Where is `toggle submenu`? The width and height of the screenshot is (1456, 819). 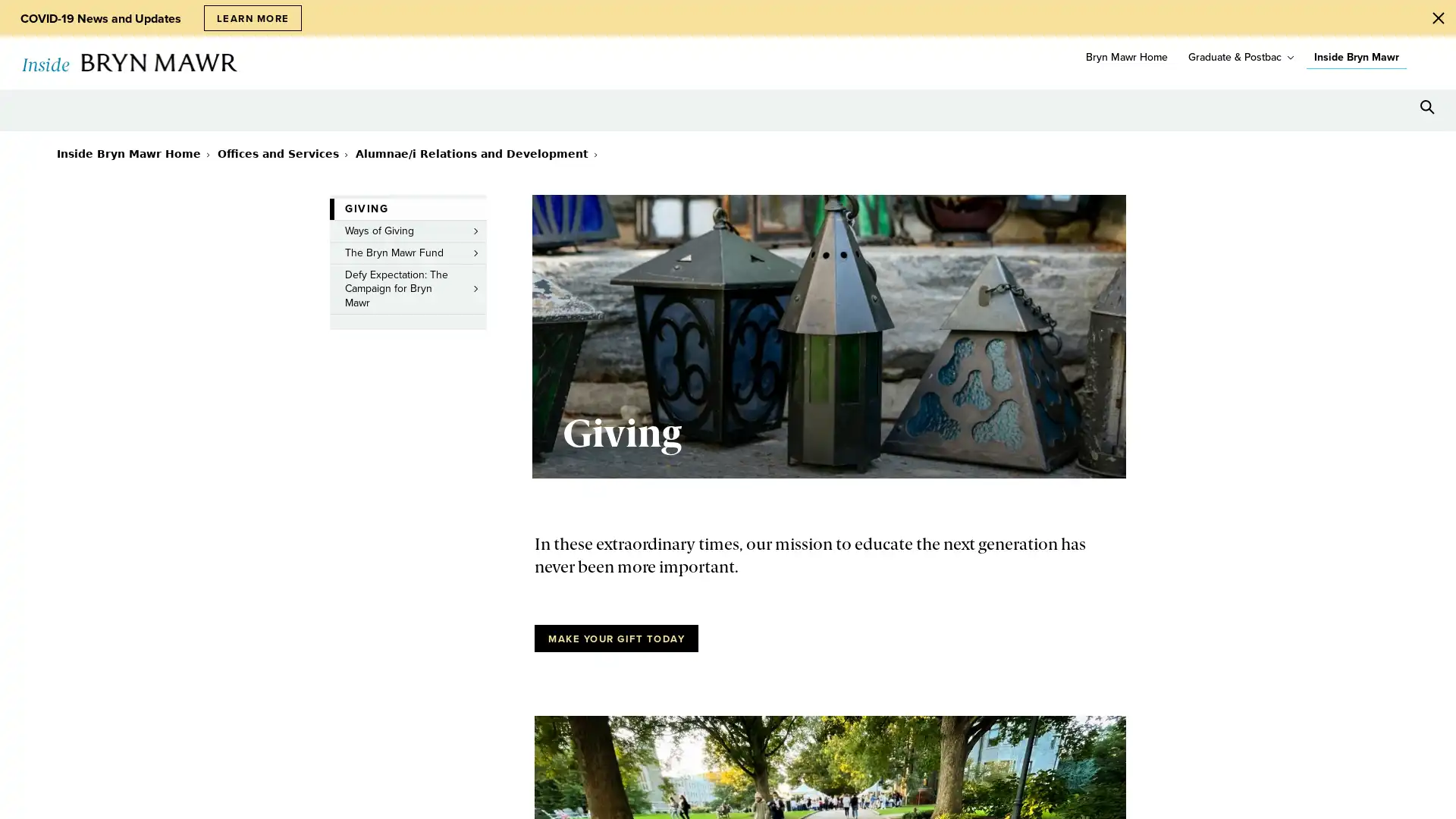
toggle submenu is located at coordinates (424, 99).